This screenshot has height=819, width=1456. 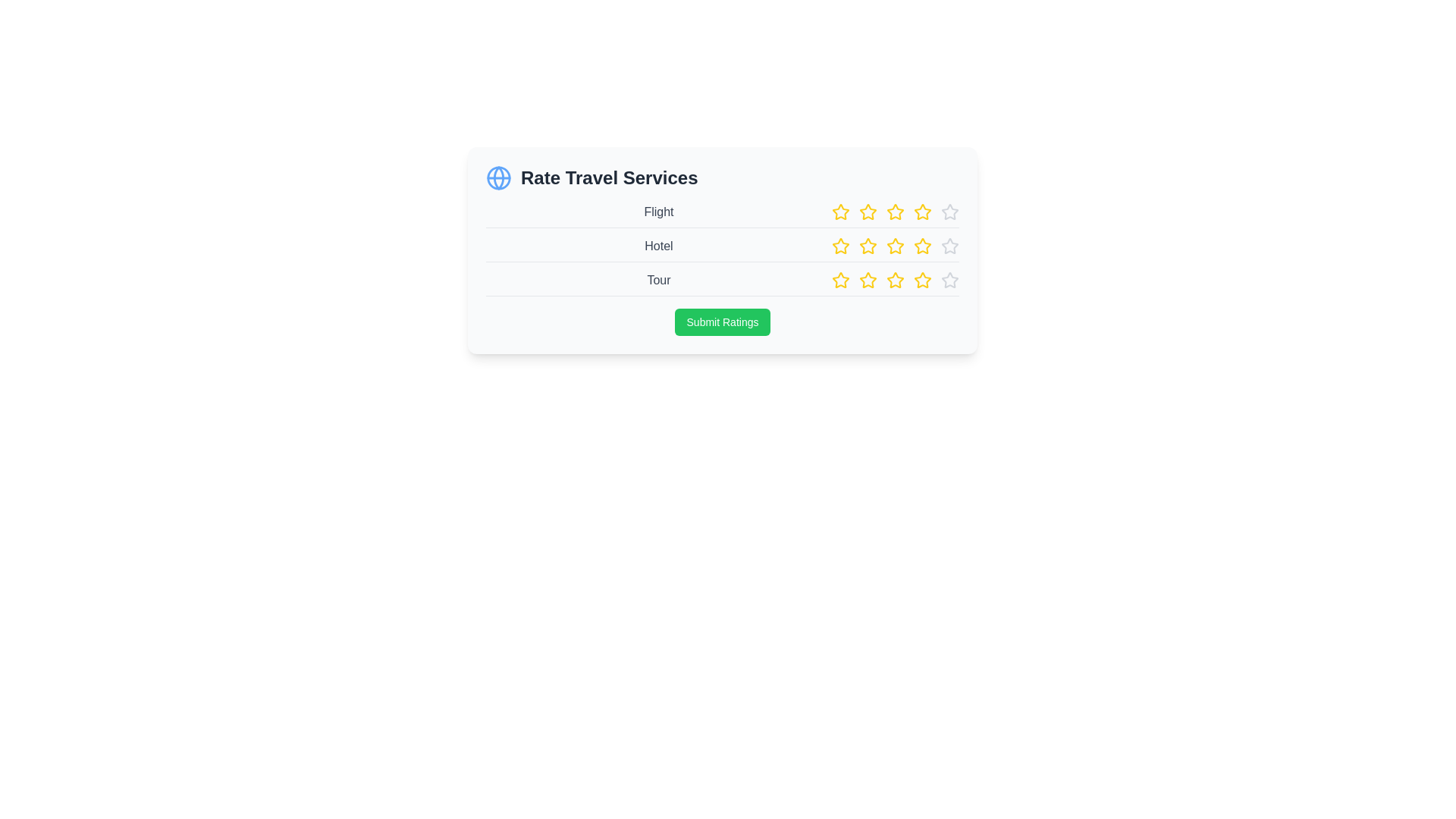 I want to click on the second star icon in the 'Flight' rating row, so click(x=867, y=211).